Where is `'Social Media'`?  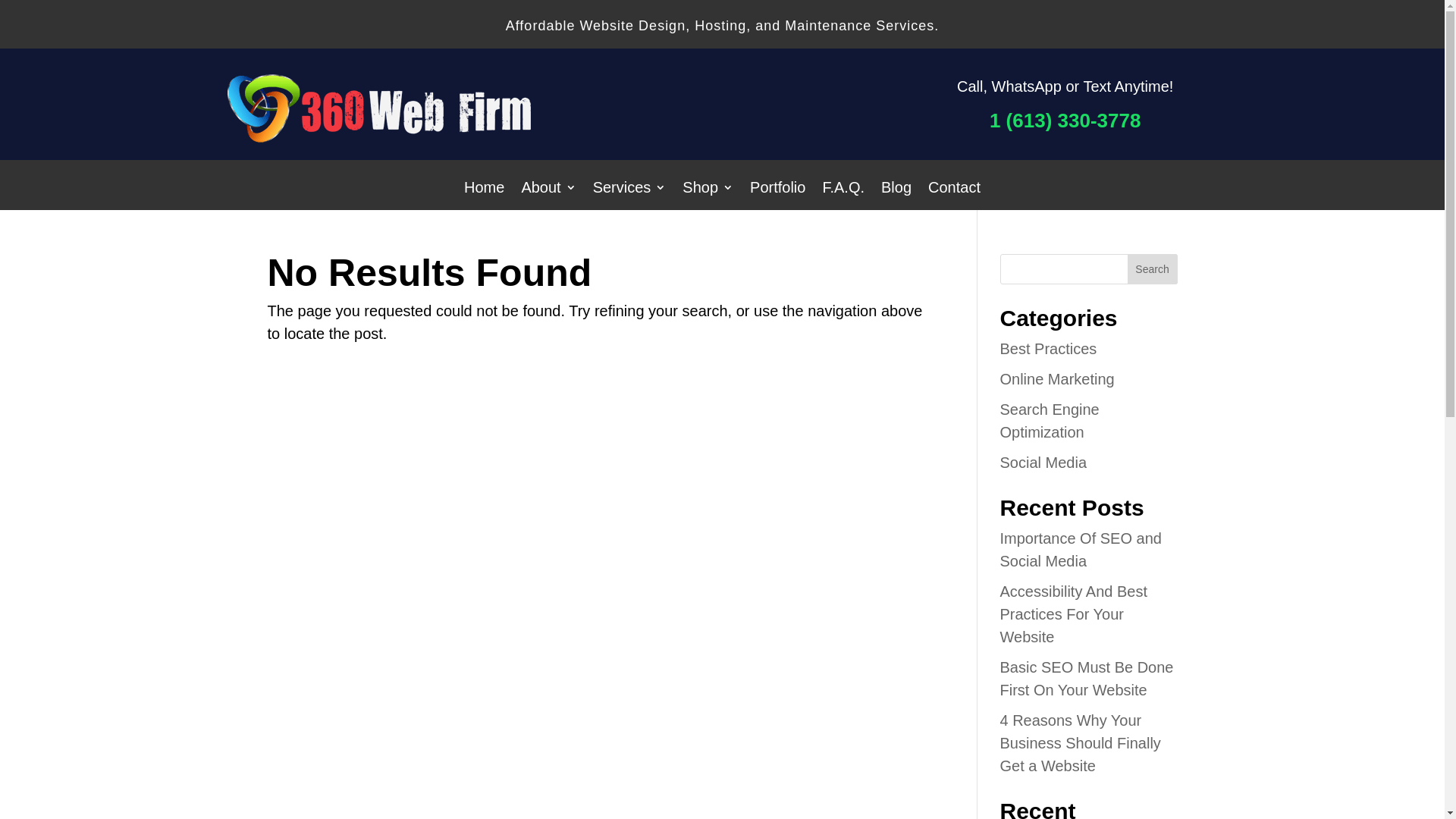
'Social Media' is located at coordinates (1042, 461).